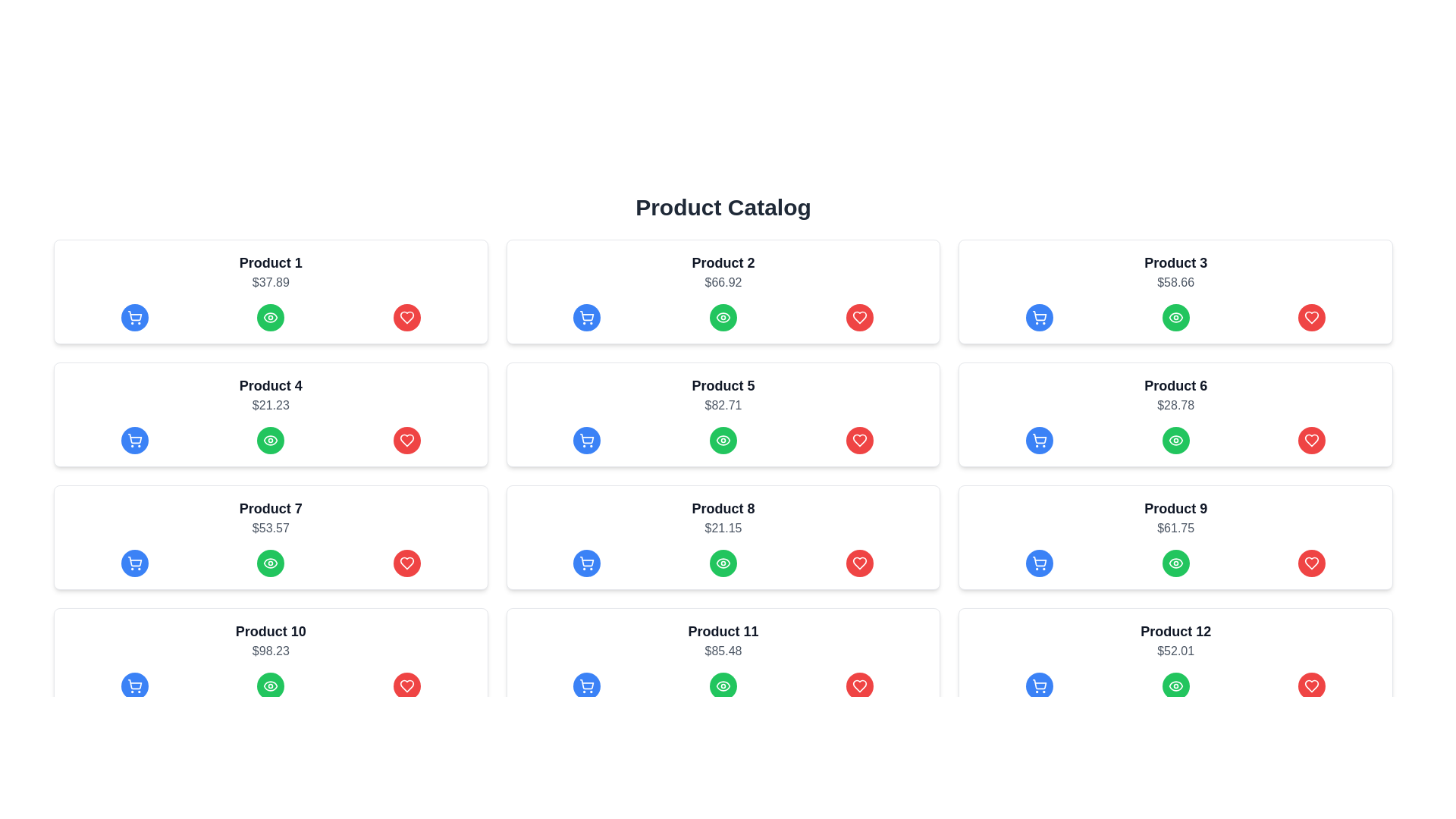 The height and width of the screenshot is (819, 1456). What do you see at coordinates (1039, 317) in the screenshot?
I see `the blue shopping cart icon in the product card of 'Product 3', located in the first row, third column, to the left of the control buttons` at bounding box center [1039, 317].